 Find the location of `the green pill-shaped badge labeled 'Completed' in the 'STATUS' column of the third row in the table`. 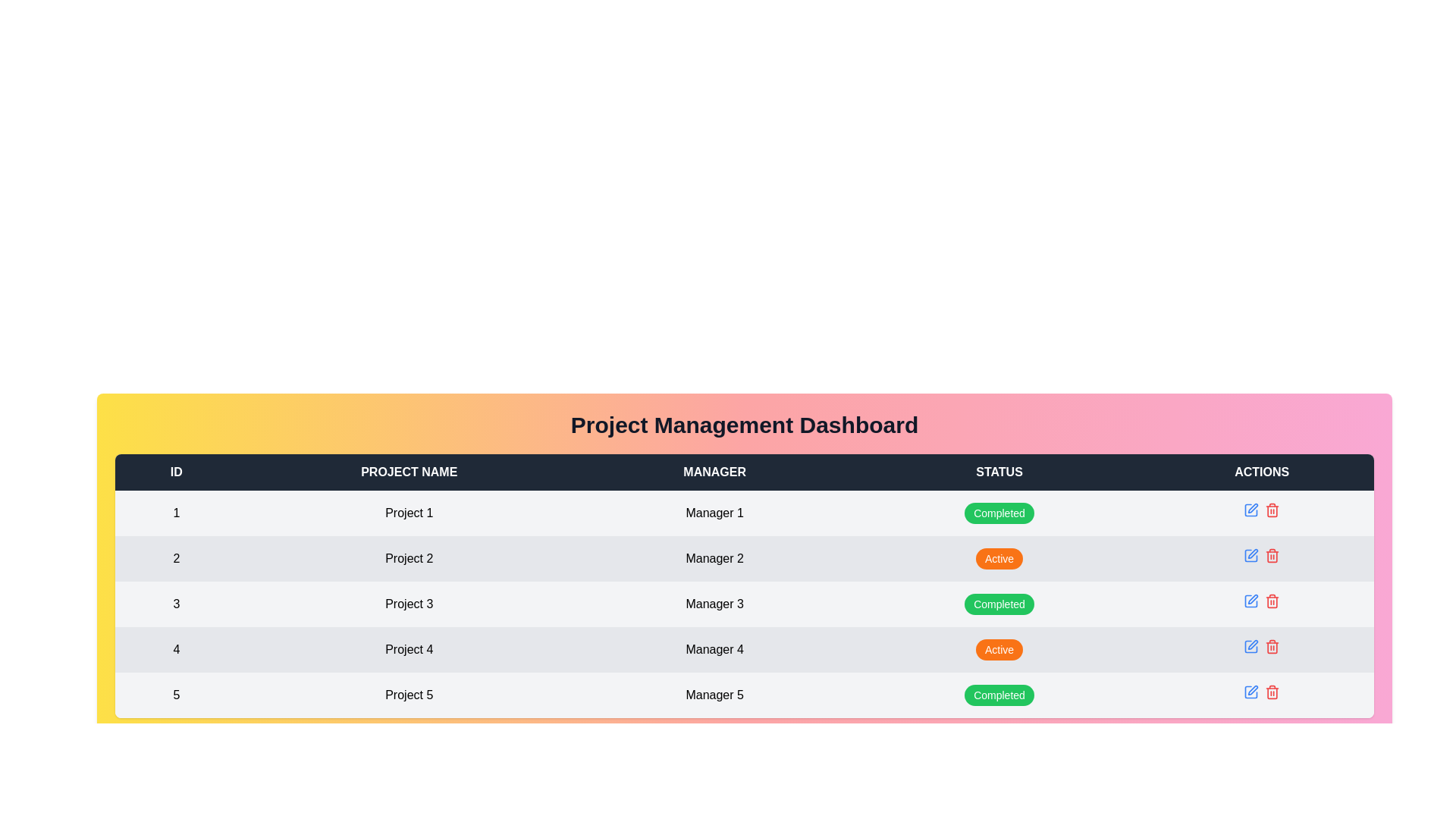

the green pill-shaped badge labeled 'Completed' in the 'STATUS' column of the third row in the table is located at coordinates (999, 604).